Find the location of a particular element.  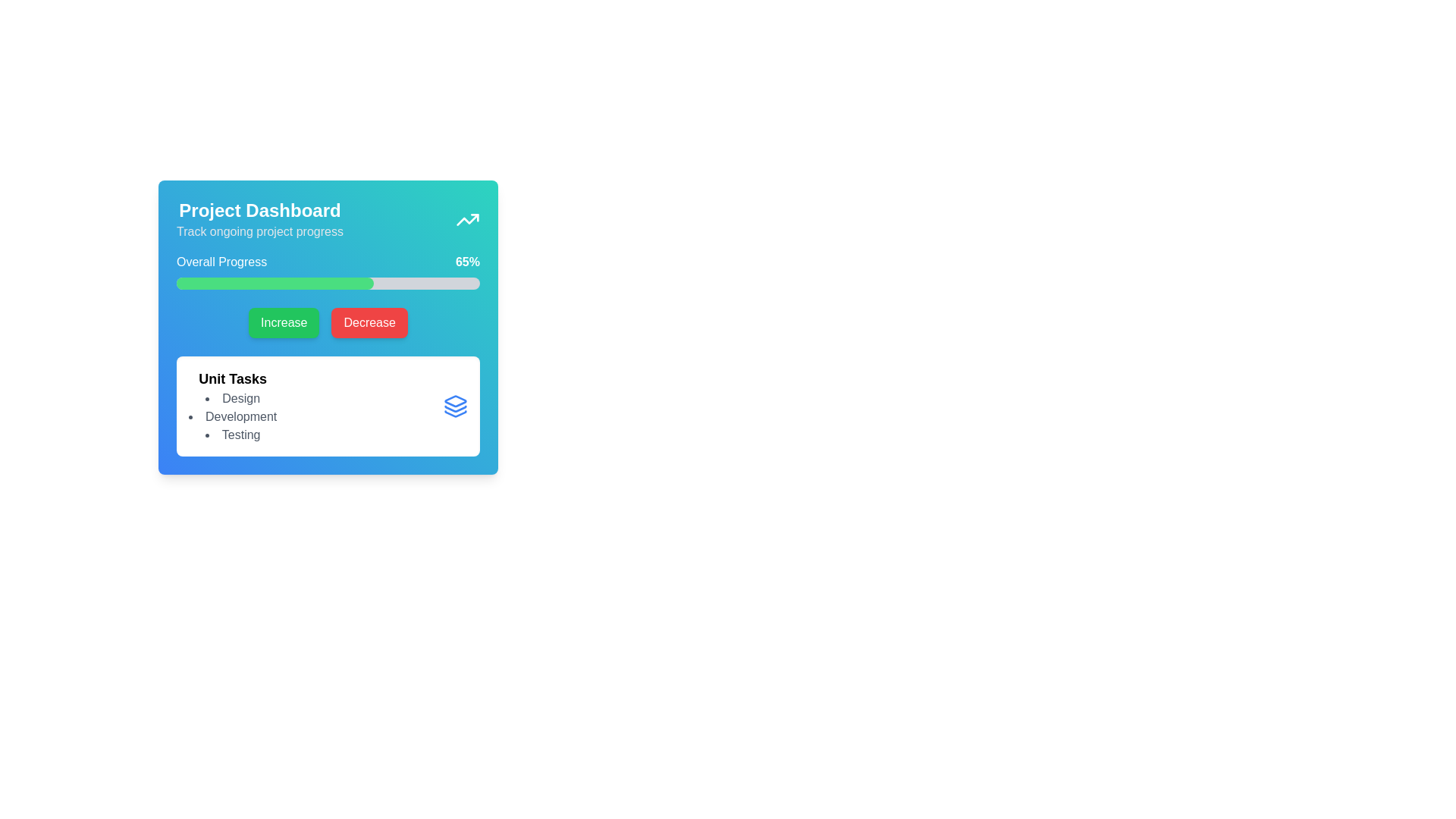

the static text displaying '65%' which indicates the current progress percentage of the ongoing task, located in the 'Overall Progress' section, to the right of the progress bar is located at coordinates (466, 262).